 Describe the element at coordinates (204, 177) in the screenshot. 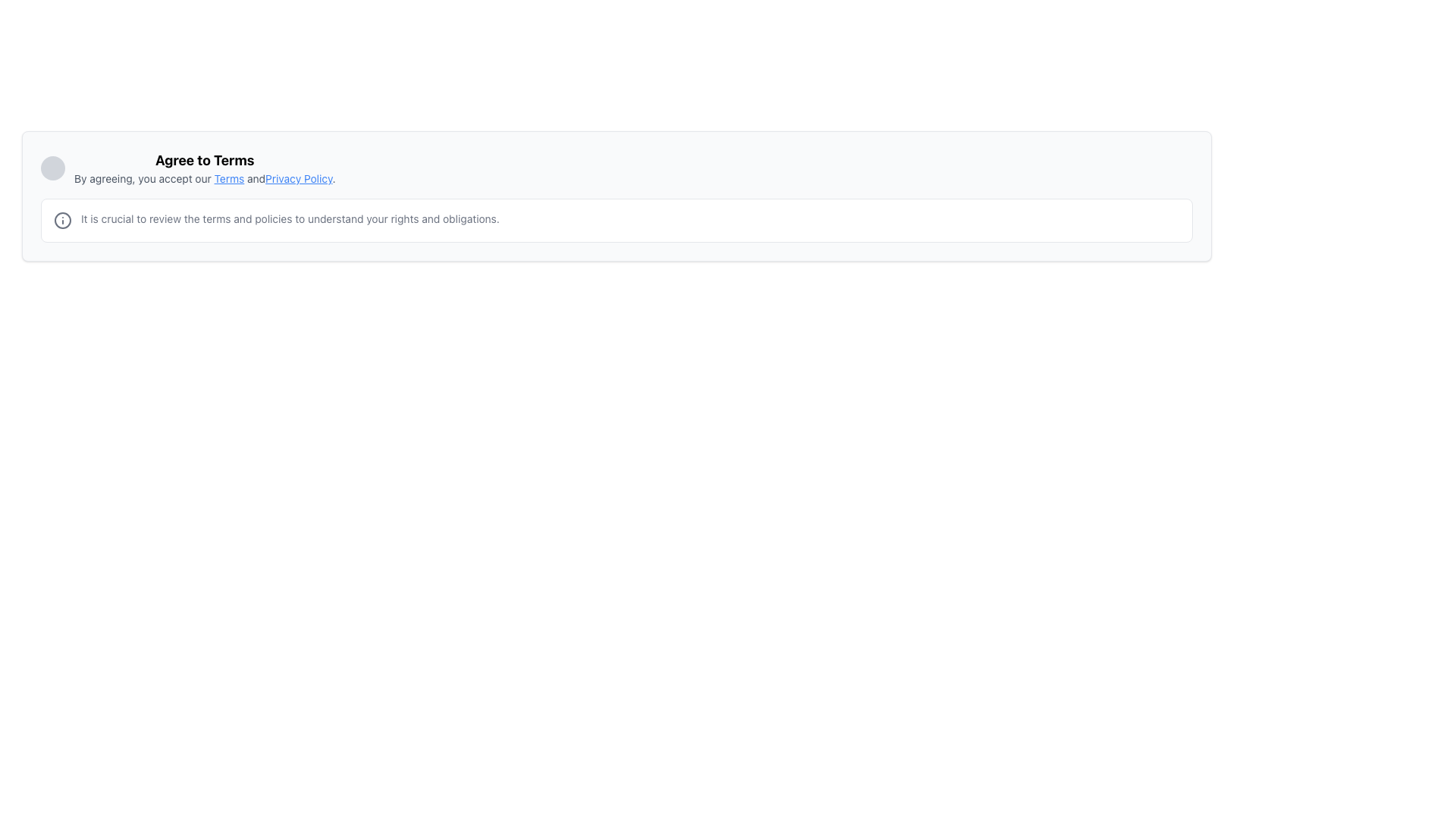

I see `the hyperlinks in the text component below the title 'Agree to Terms'` at that location.